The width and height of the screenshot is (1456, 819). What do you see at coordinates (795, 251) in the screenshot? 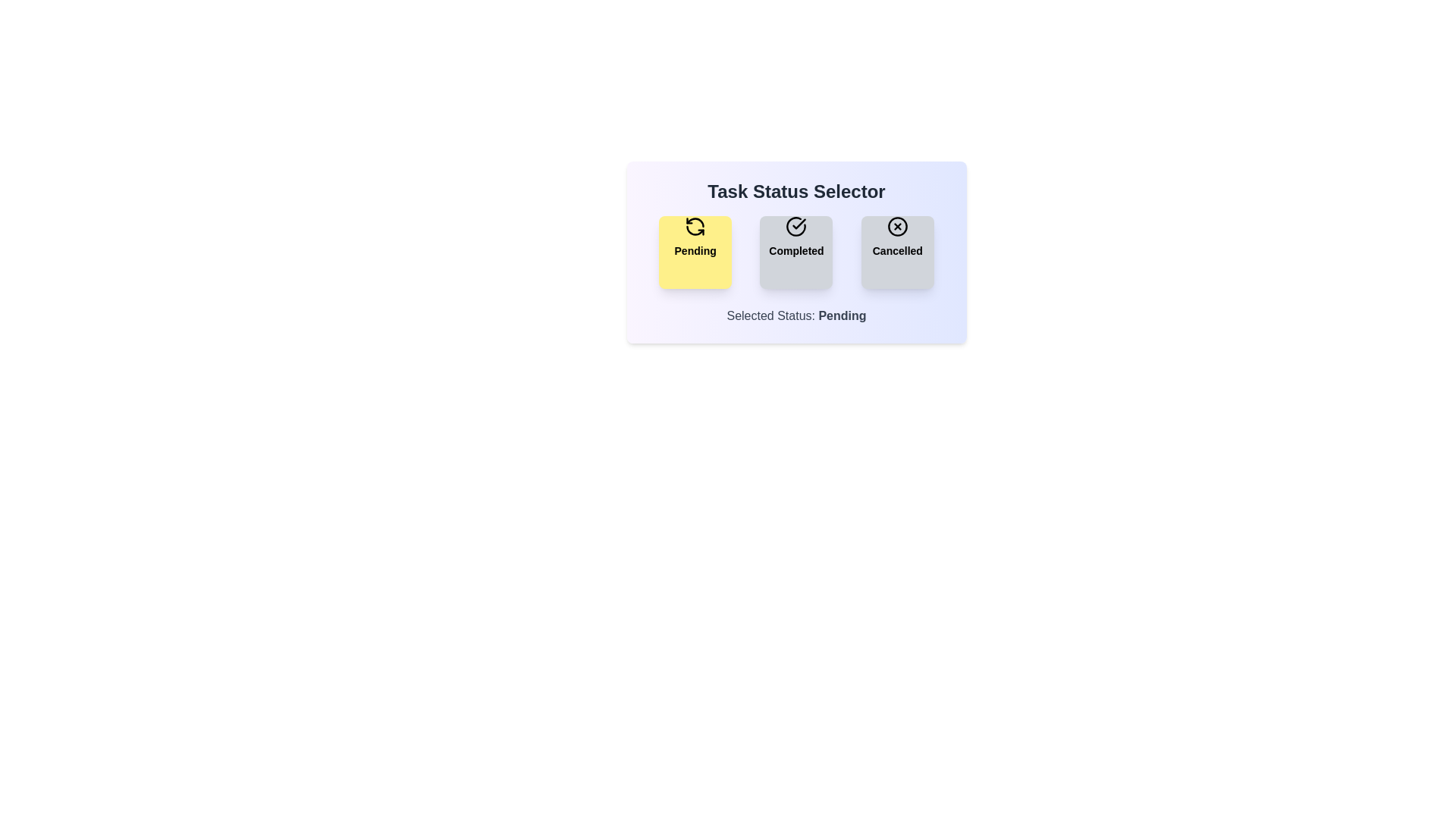
I see `the Completed button to observe its hover effect` at bounding box center [795, 251].